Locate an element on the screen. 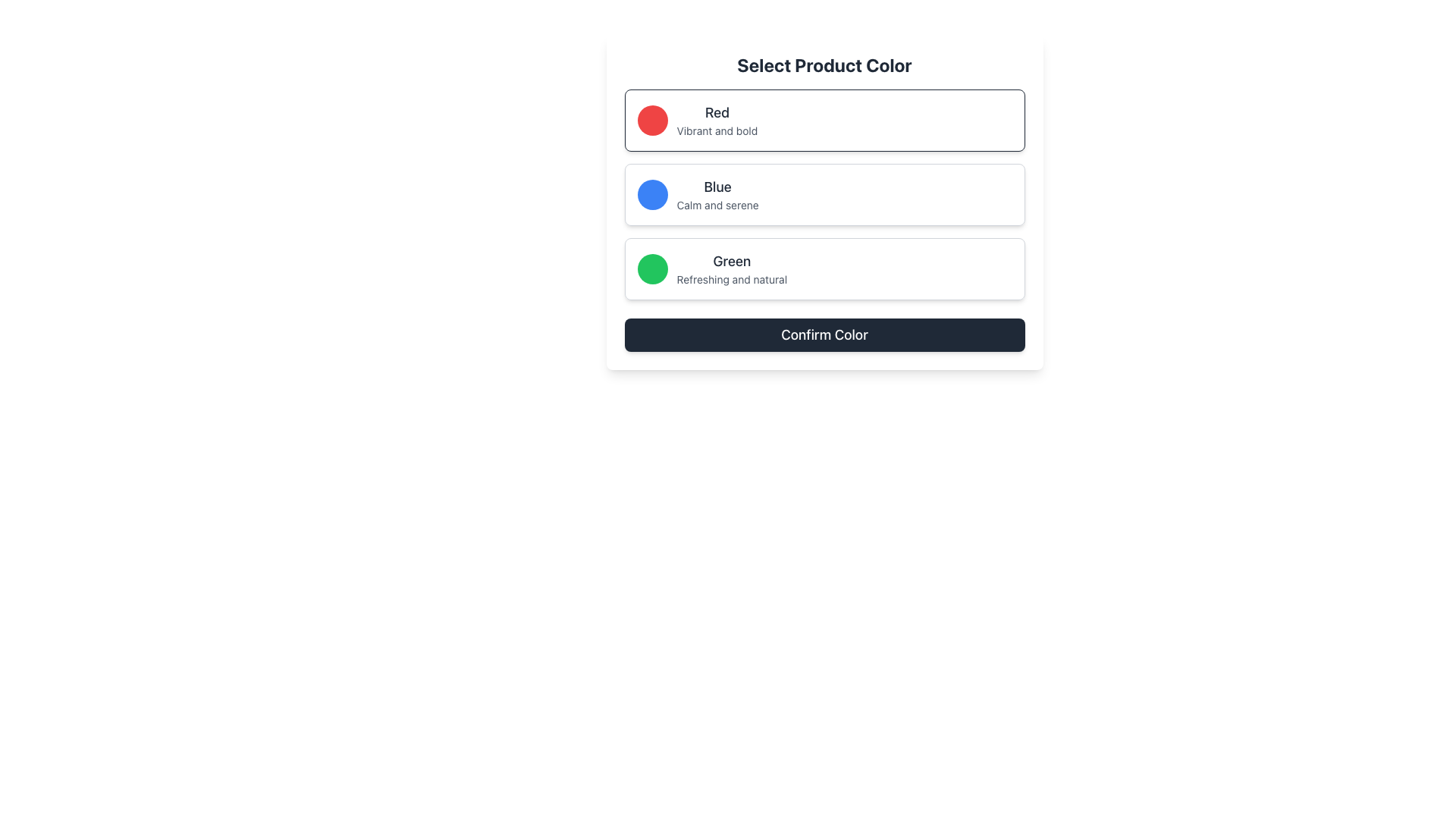 The height and width of the screenshot is (819, 1456). the large, bold text label that reads 'Select Product Color', which is prominently positioned at the top of the product selection interface is located at coordinates (824, 64).